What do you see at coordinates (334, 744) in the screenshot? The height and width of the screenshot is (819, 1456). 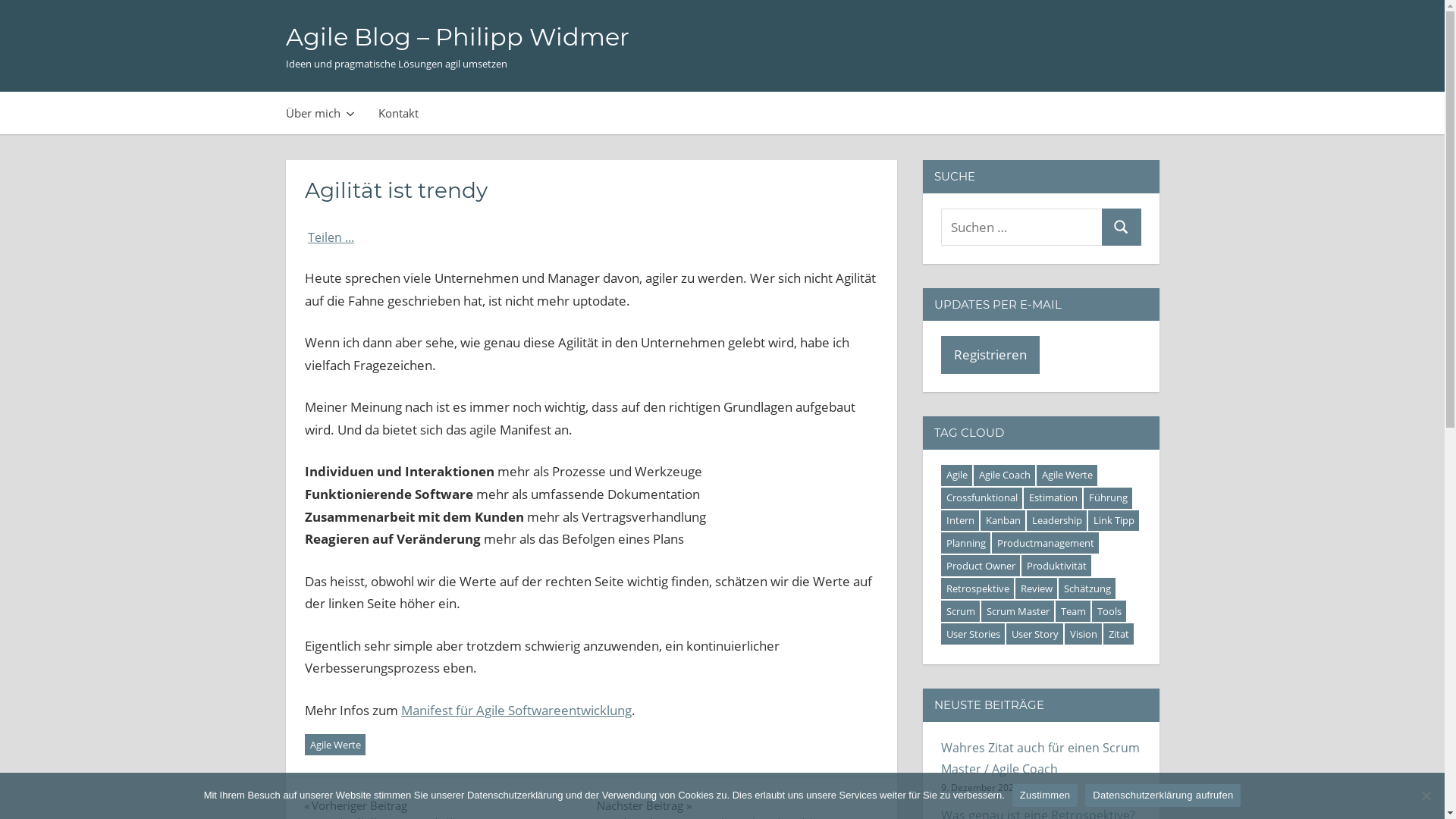 I see `'Agile Werte'` at bounding box center [334, 744].